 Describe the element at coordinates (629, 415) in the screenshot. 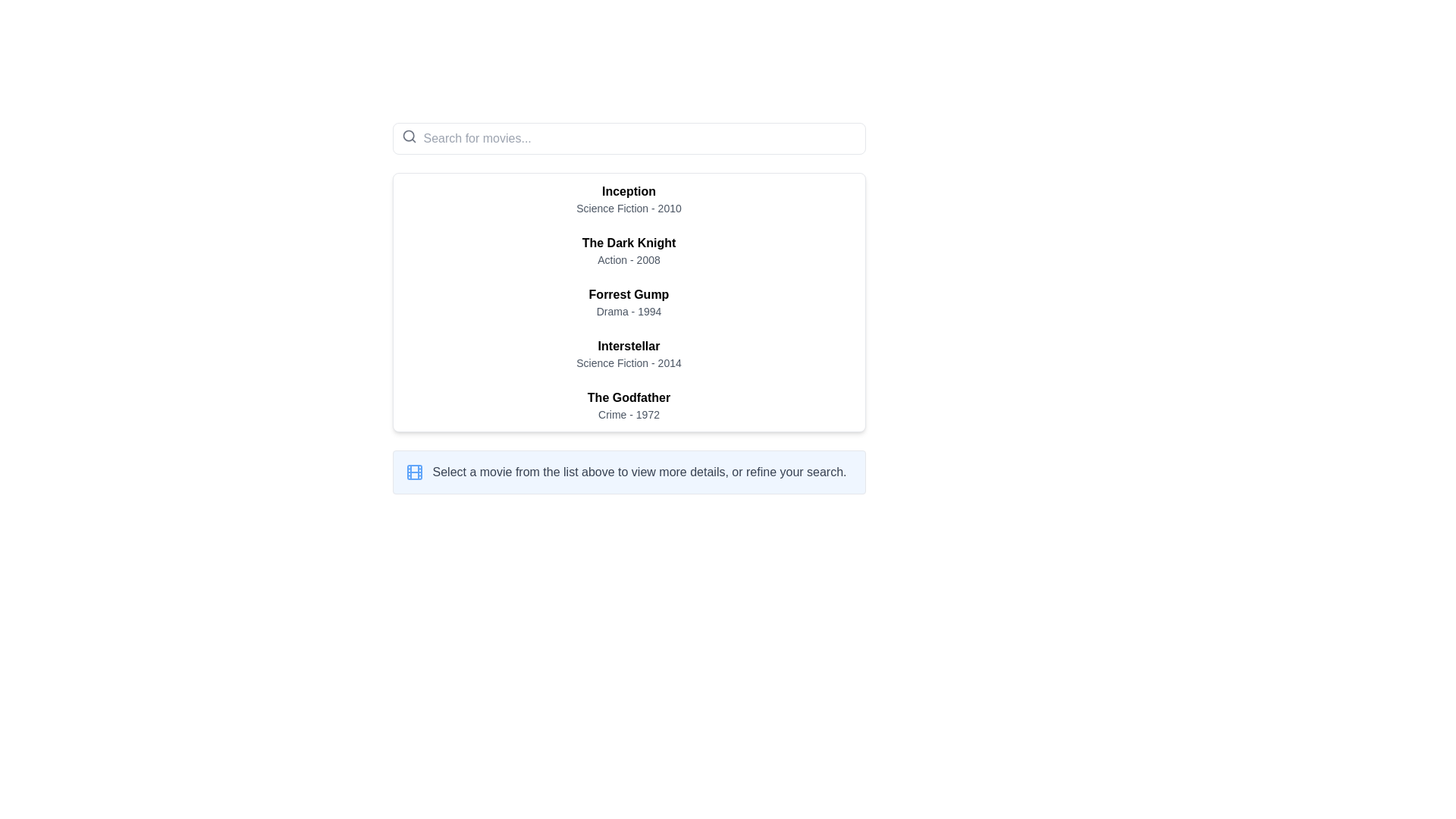

I see `the text label providing metadata about the movie 'The Godfather', which includes its genre 'Crime' and release year '1972', located centrally below the title` at that location.